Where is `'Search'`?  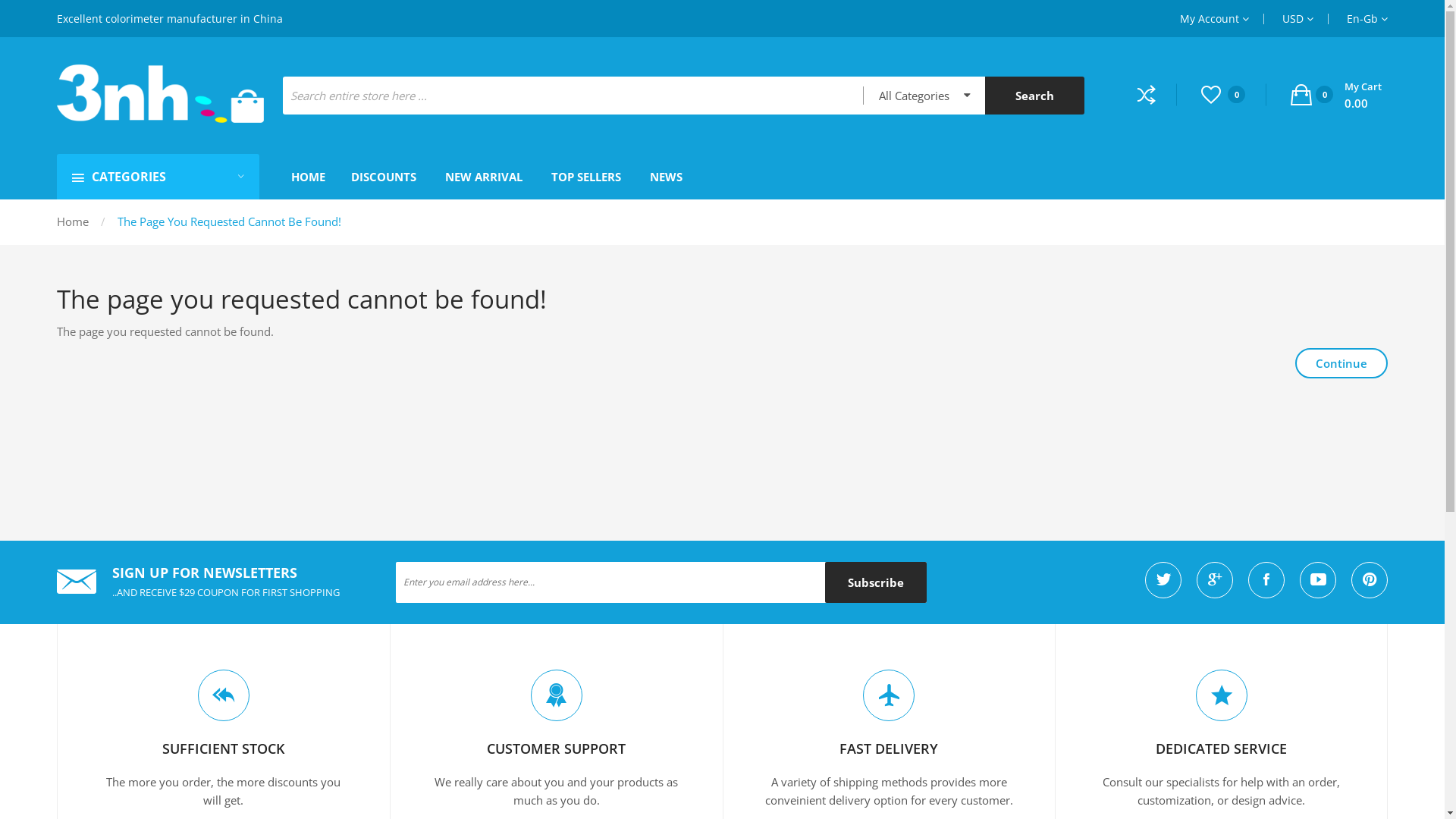 'Search' is located at coordinates (1034, 96).